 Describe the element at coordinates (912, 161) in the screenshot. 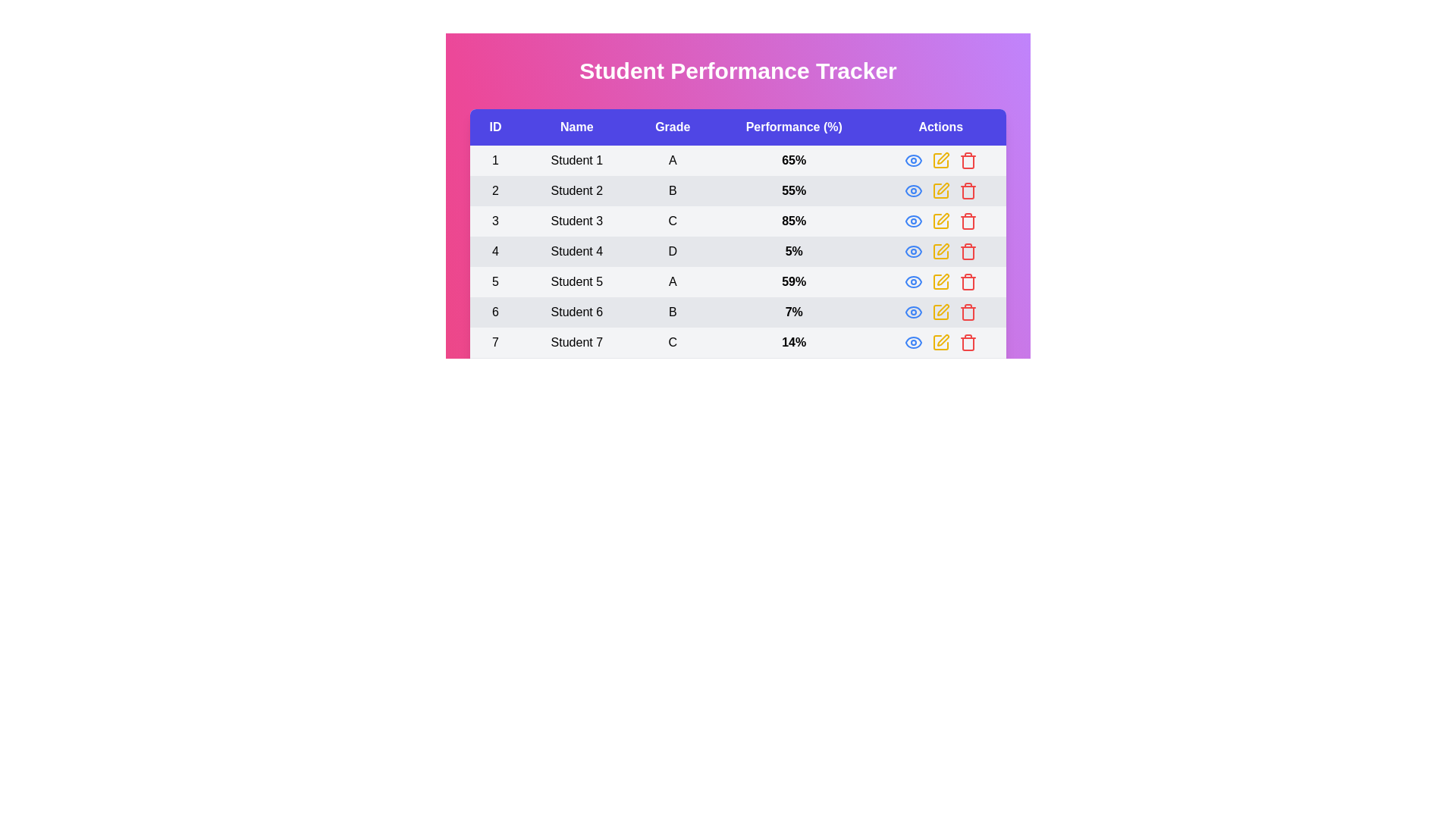

I see `'eye' icon in the 'Actions' column for the student with ID 1` at that location.